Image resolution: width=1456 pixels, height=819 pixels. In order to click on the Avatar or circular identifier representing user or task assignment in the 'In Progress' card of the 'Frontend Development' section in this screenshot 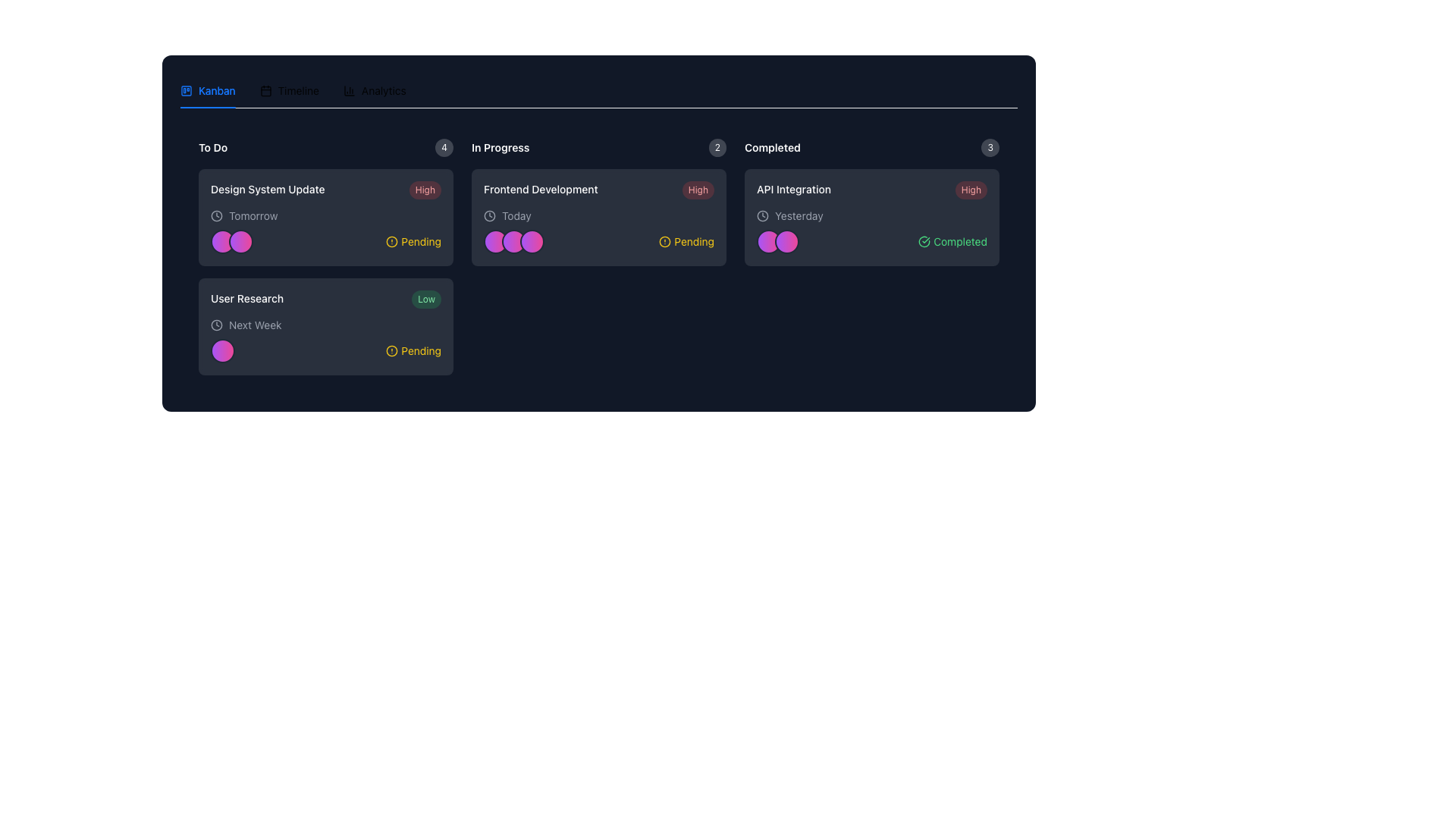, I will do `click(513, 241)`.